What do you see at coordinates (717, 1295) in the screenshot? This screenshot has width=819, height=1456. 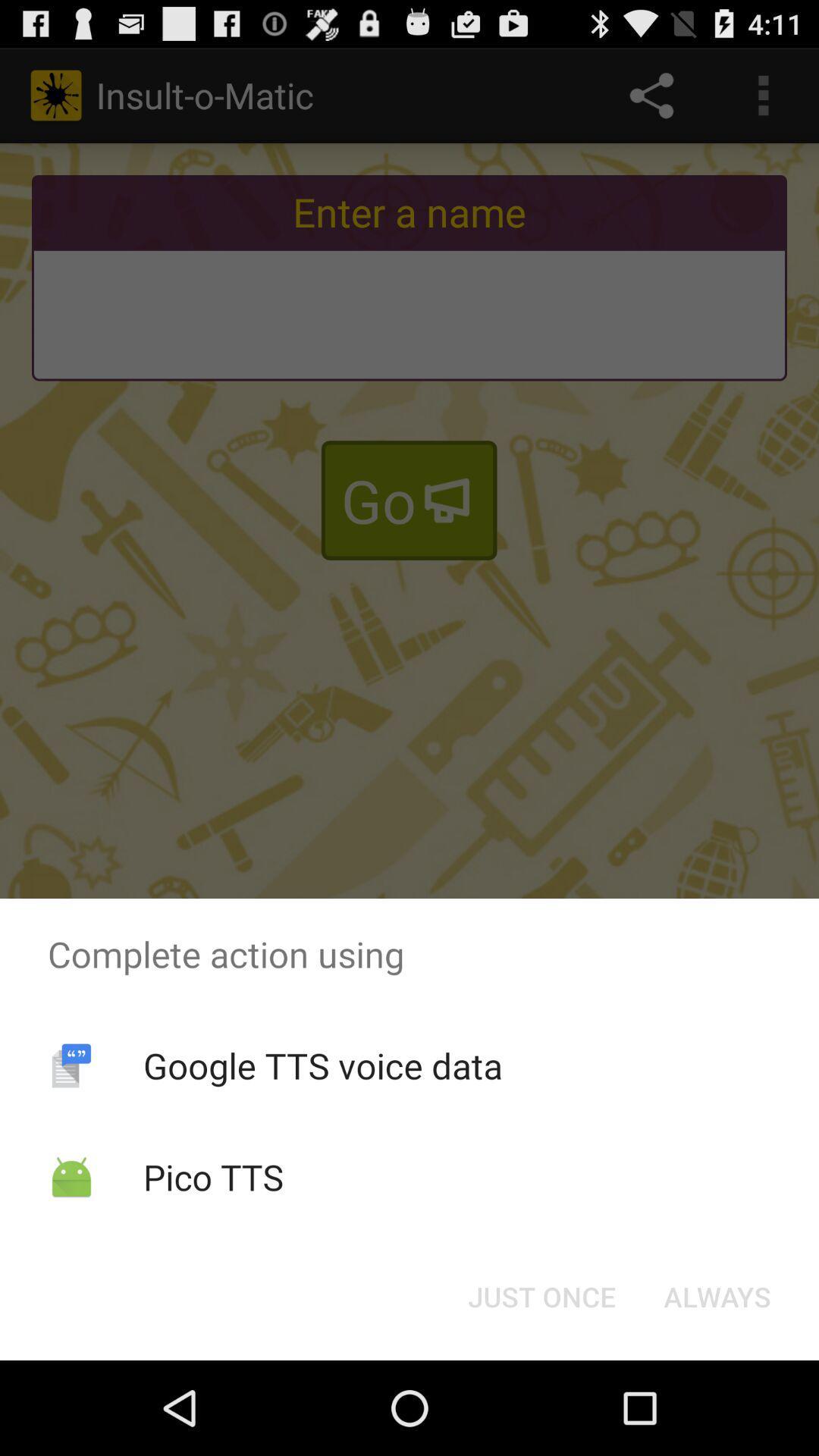 I see `the icon to the right of just once item` at bounding box center [717, 1295].